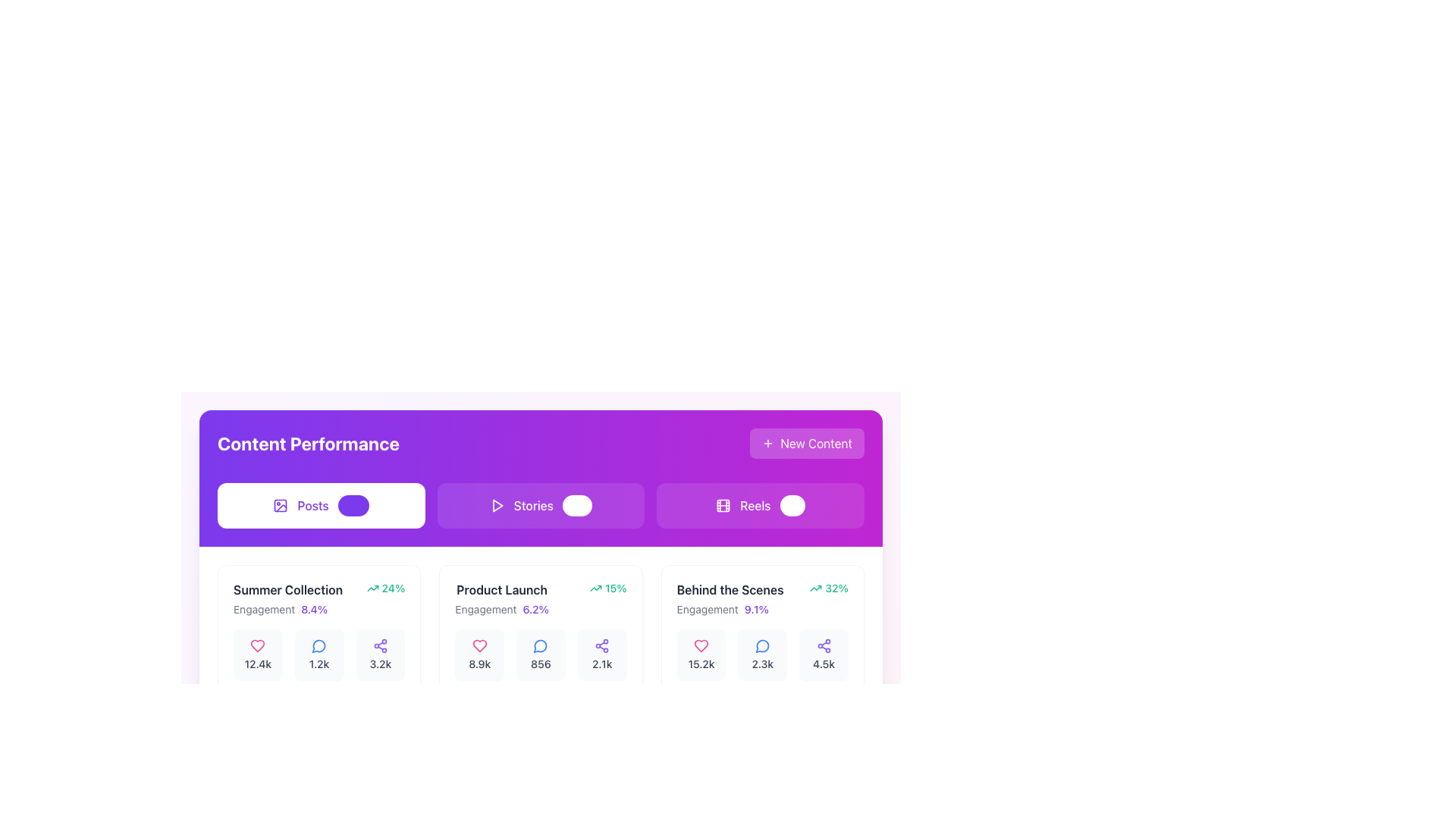  I want to click on the text element displaying 'Engagement' and '8.4%' in the 'Summer Collection' section, which is styled with a smaller gray font on the left and a bold violet font on the right, so click(288, 608).